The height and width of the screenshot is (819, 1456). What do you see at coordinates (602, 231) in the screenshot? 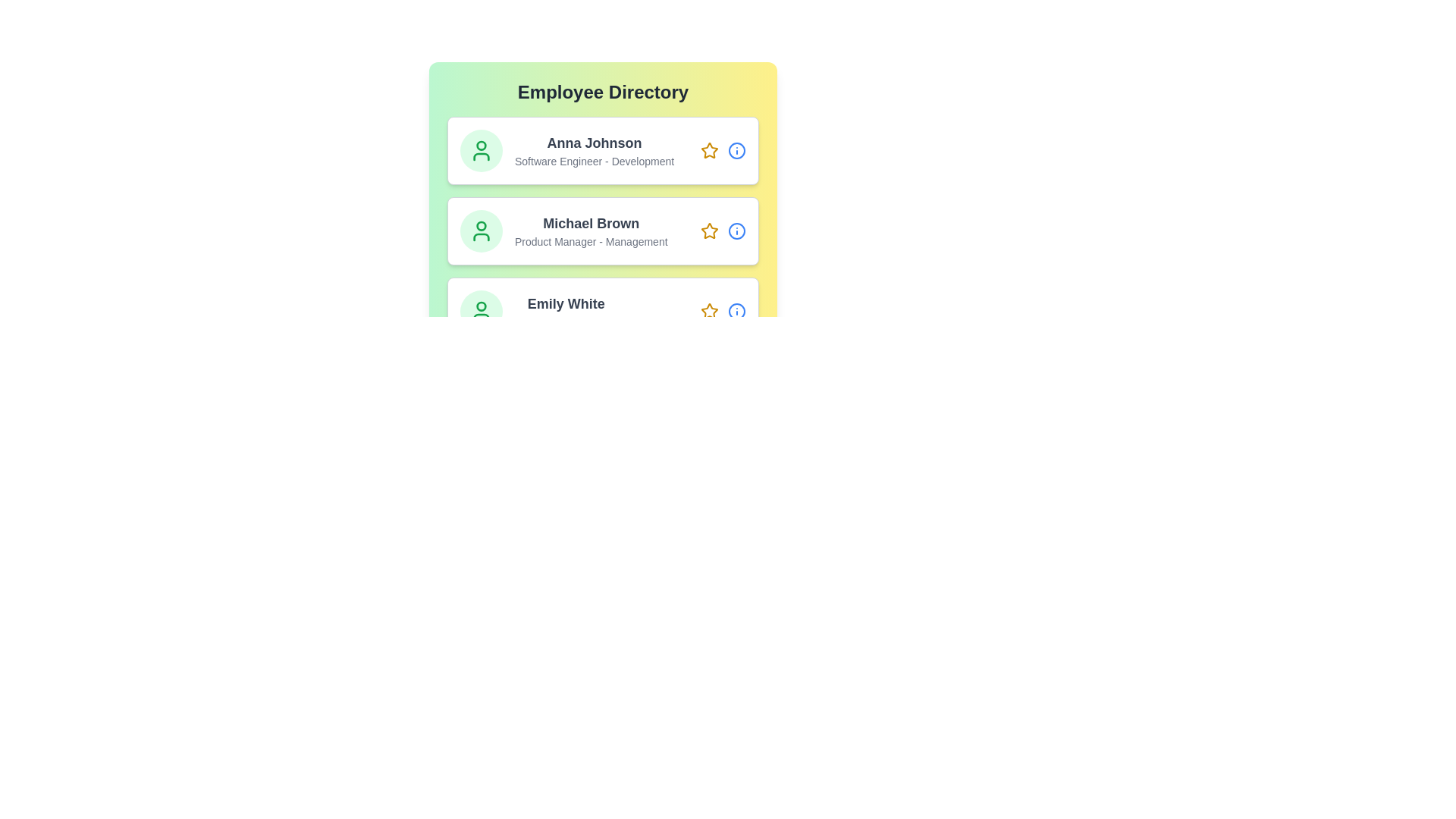
I see `the card of the employee with name Michael Brown` at bounding box center [602, 231].